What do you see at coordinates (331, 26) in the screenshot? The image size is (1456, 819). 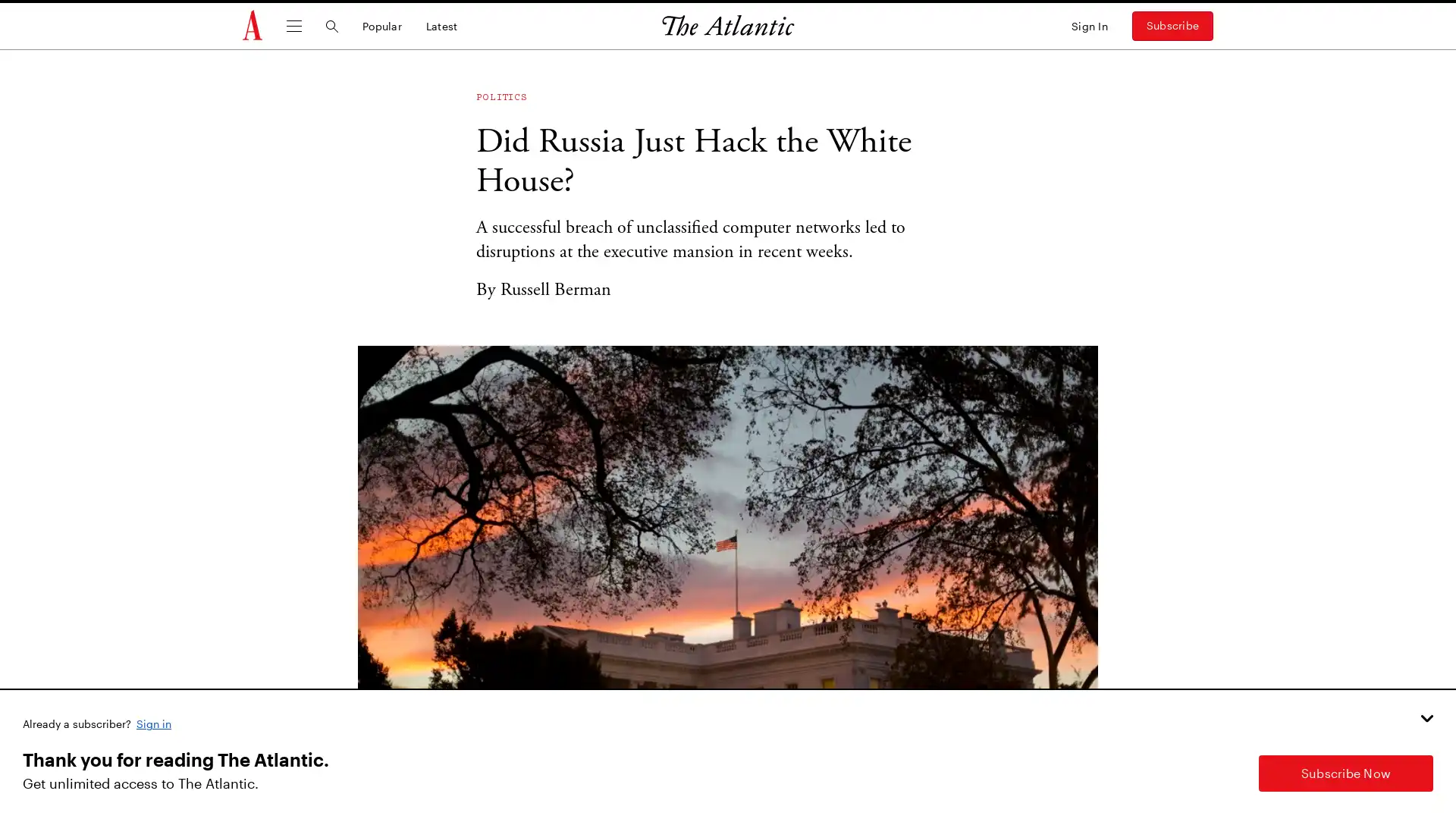 I see `Search The Atlantic` at bounding box center [331, 26].